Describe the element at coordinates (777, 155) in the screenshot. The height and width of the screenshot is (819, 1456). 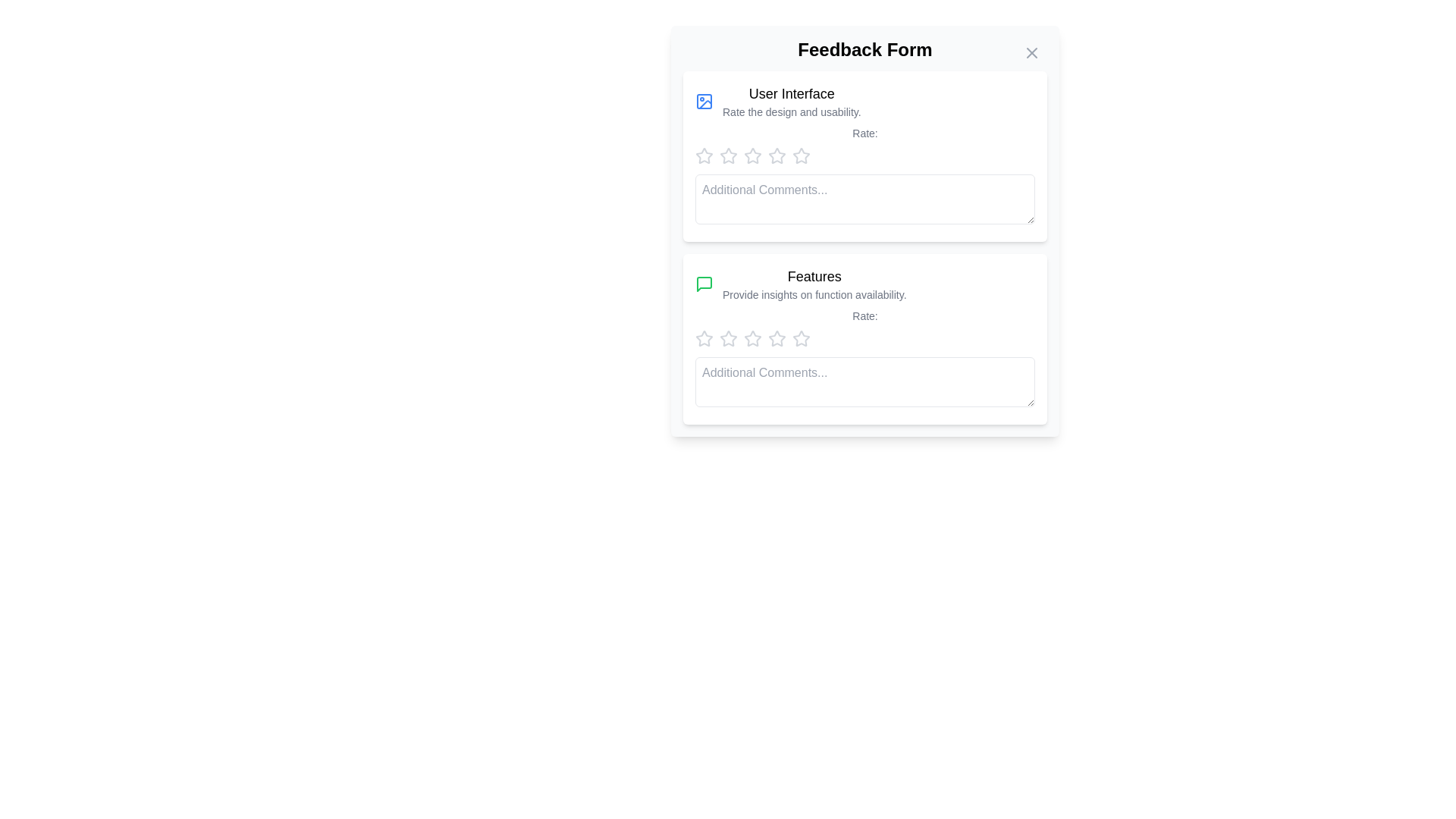
I see `the third star icon in the rating interface` at that location.